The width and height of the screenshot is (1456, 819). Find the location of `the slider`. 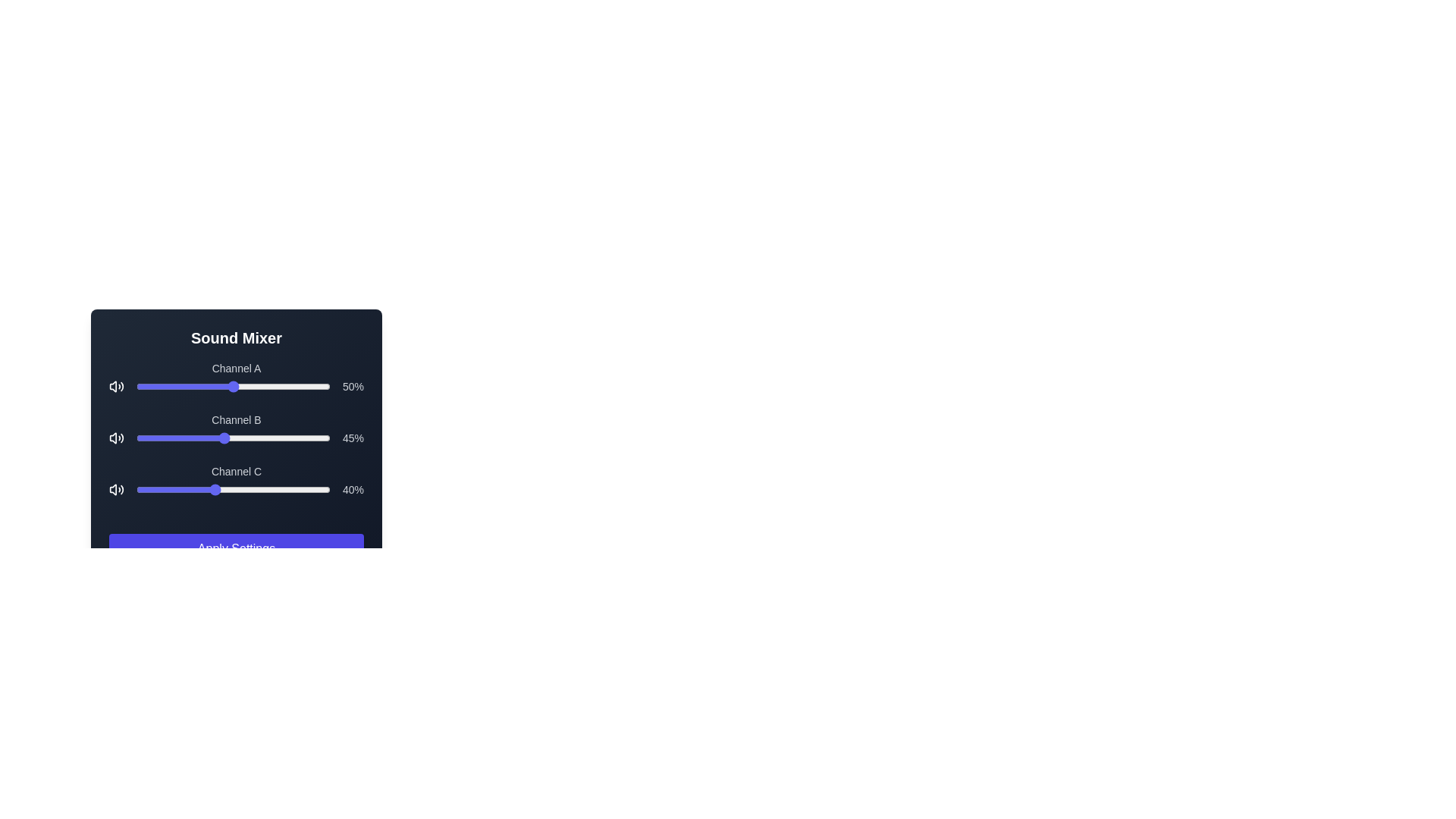

the slider is located at coordinates (255, 489).